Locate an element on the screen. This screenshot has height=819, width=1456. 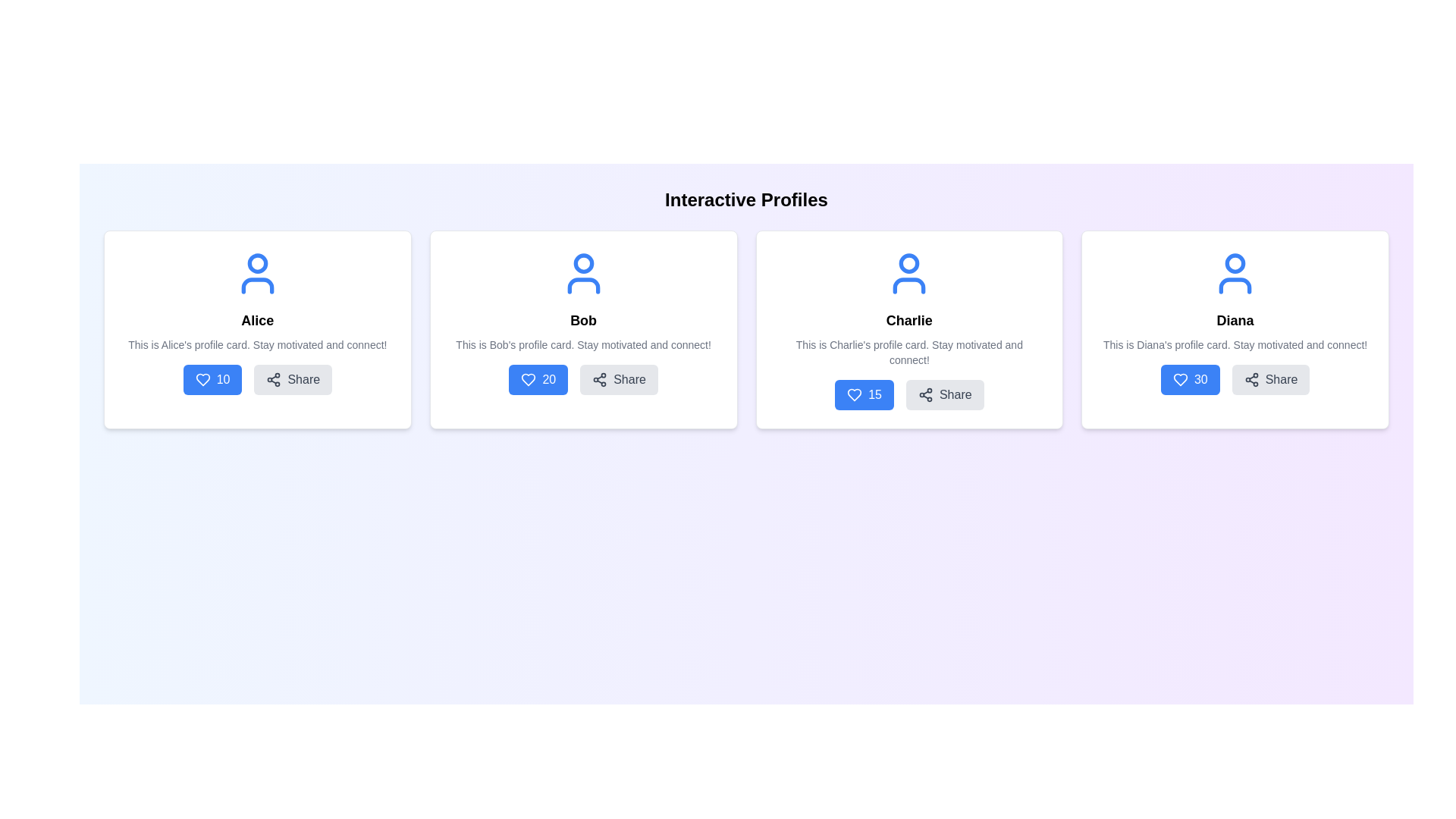
the share icon located within the 'Share' button in Bob's profile card is located at coordinates (599, 379).